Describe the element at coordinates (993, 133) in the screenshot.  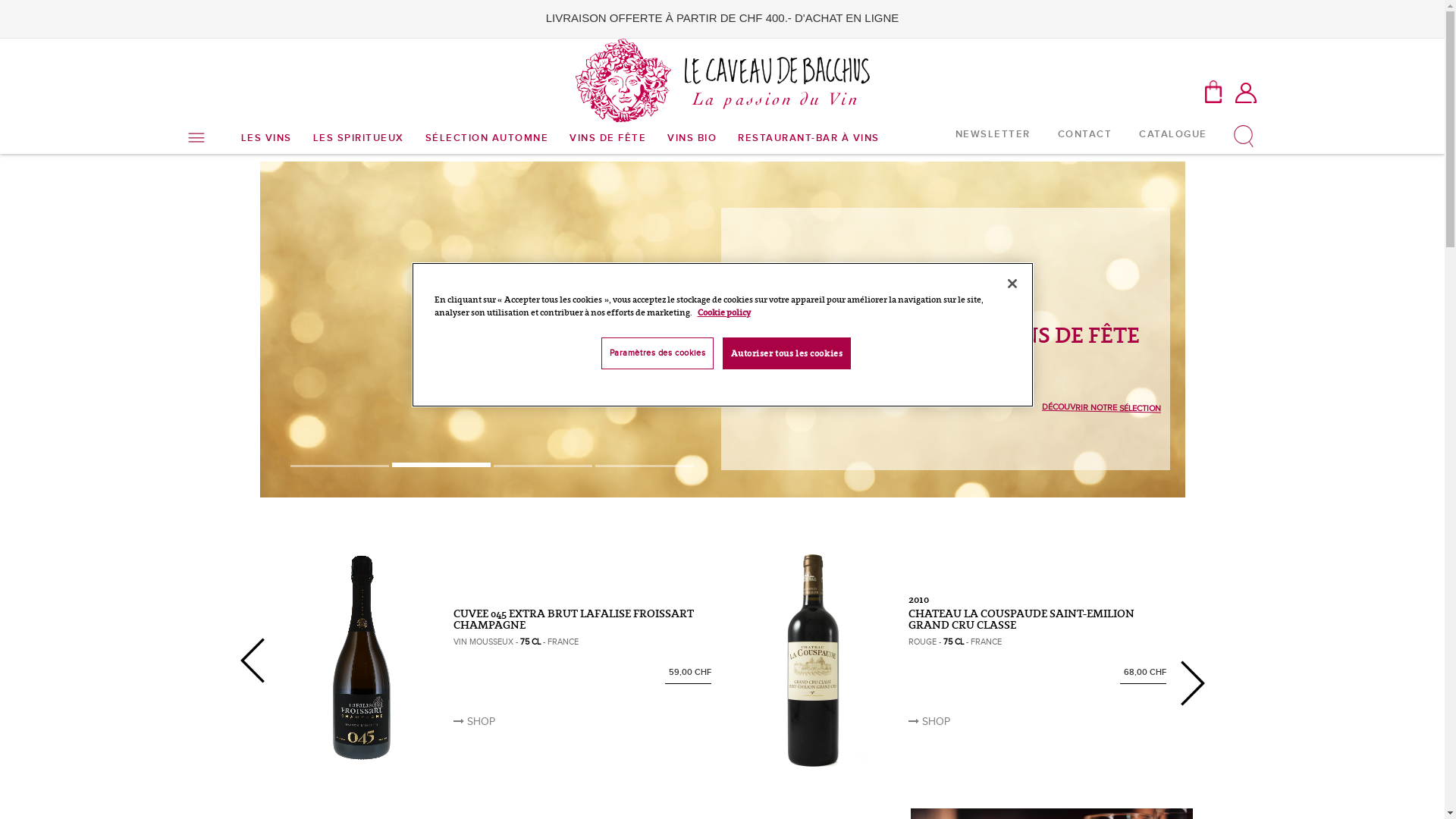
I see `'NEWSLETTER'` at that location.